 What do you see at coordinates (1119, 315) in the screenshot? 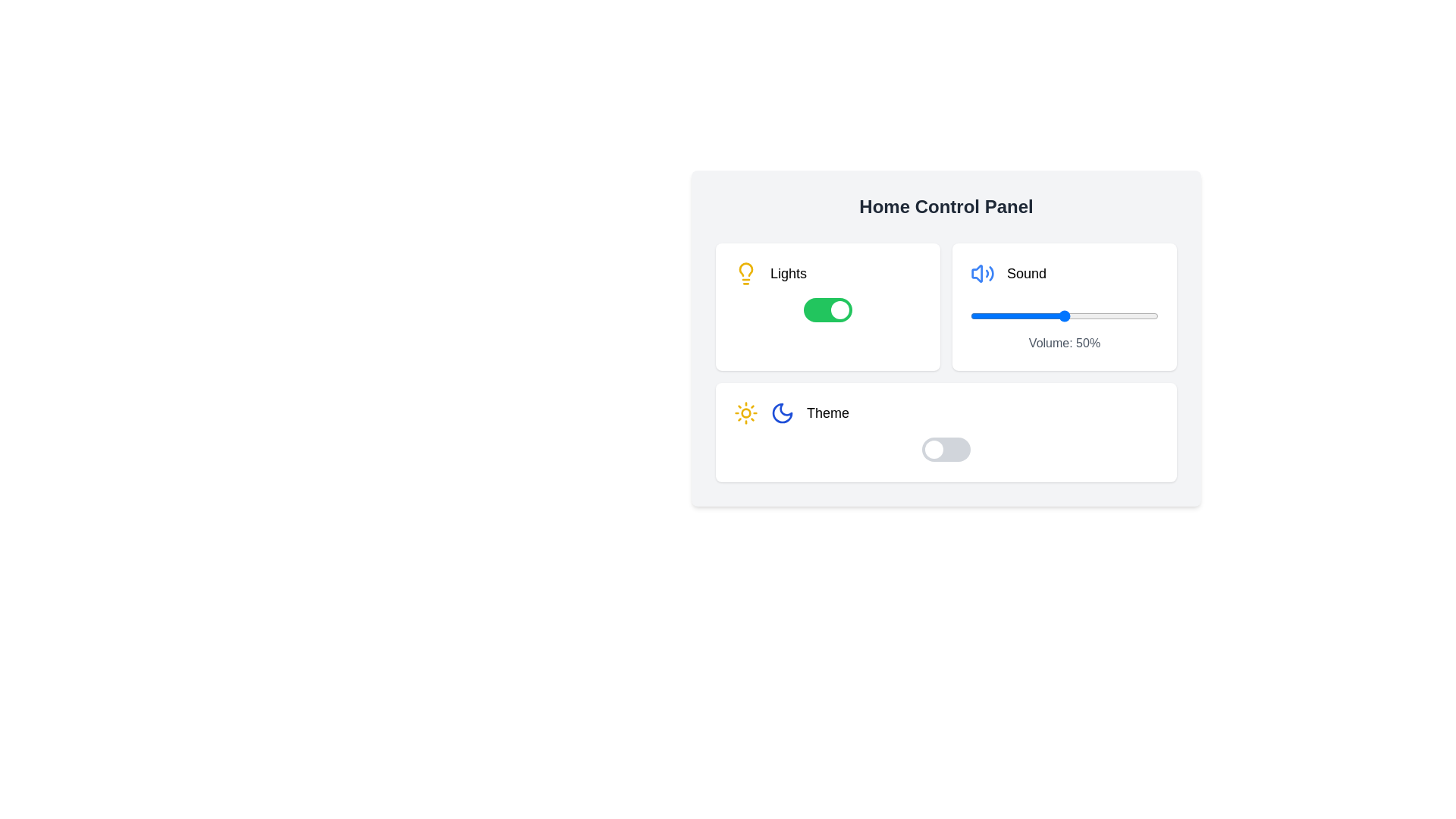
I see `the volume` at bounding box center [1119, 315].